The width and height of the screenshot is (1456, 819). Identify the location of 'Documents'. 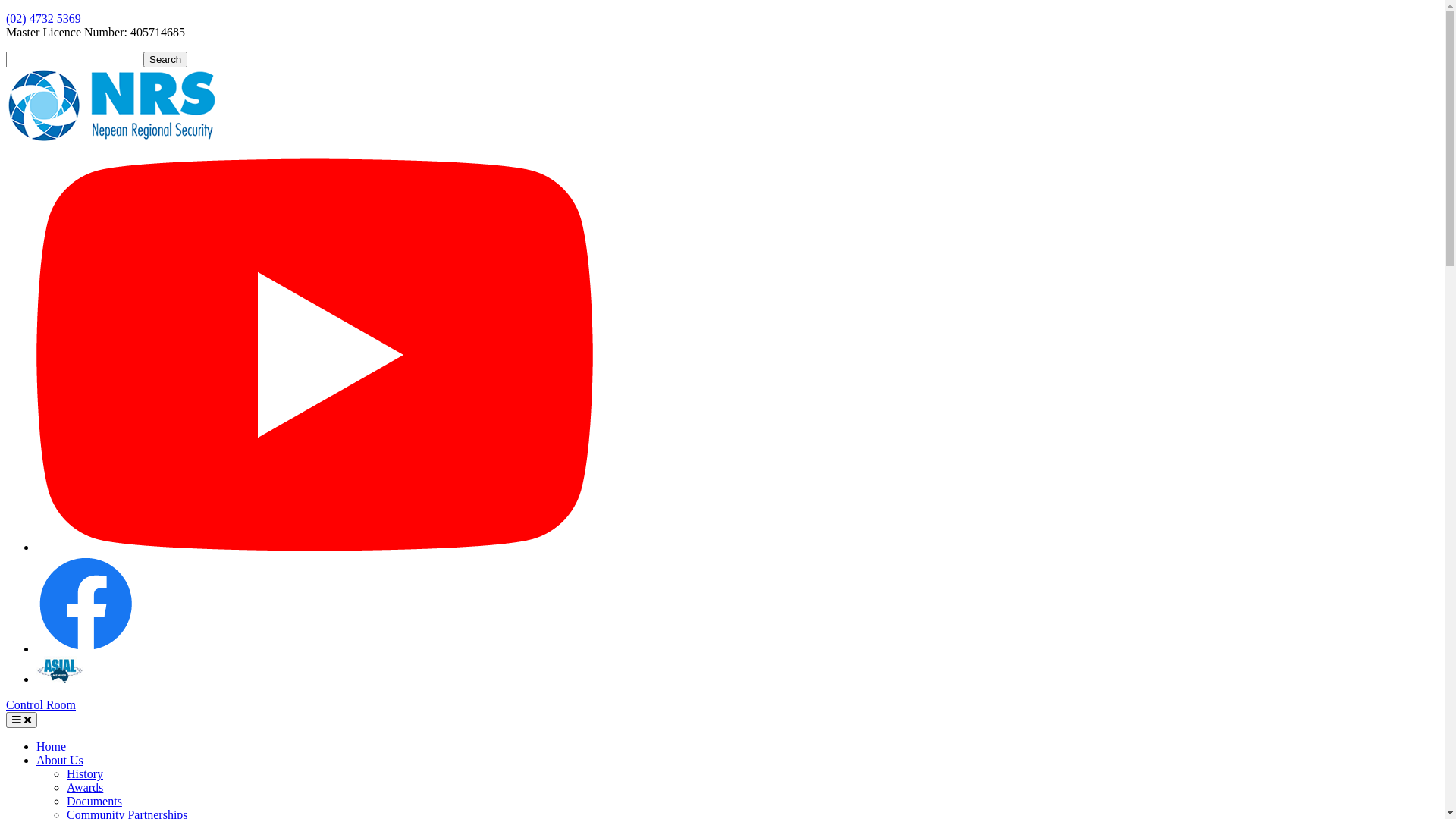
(93, 800).